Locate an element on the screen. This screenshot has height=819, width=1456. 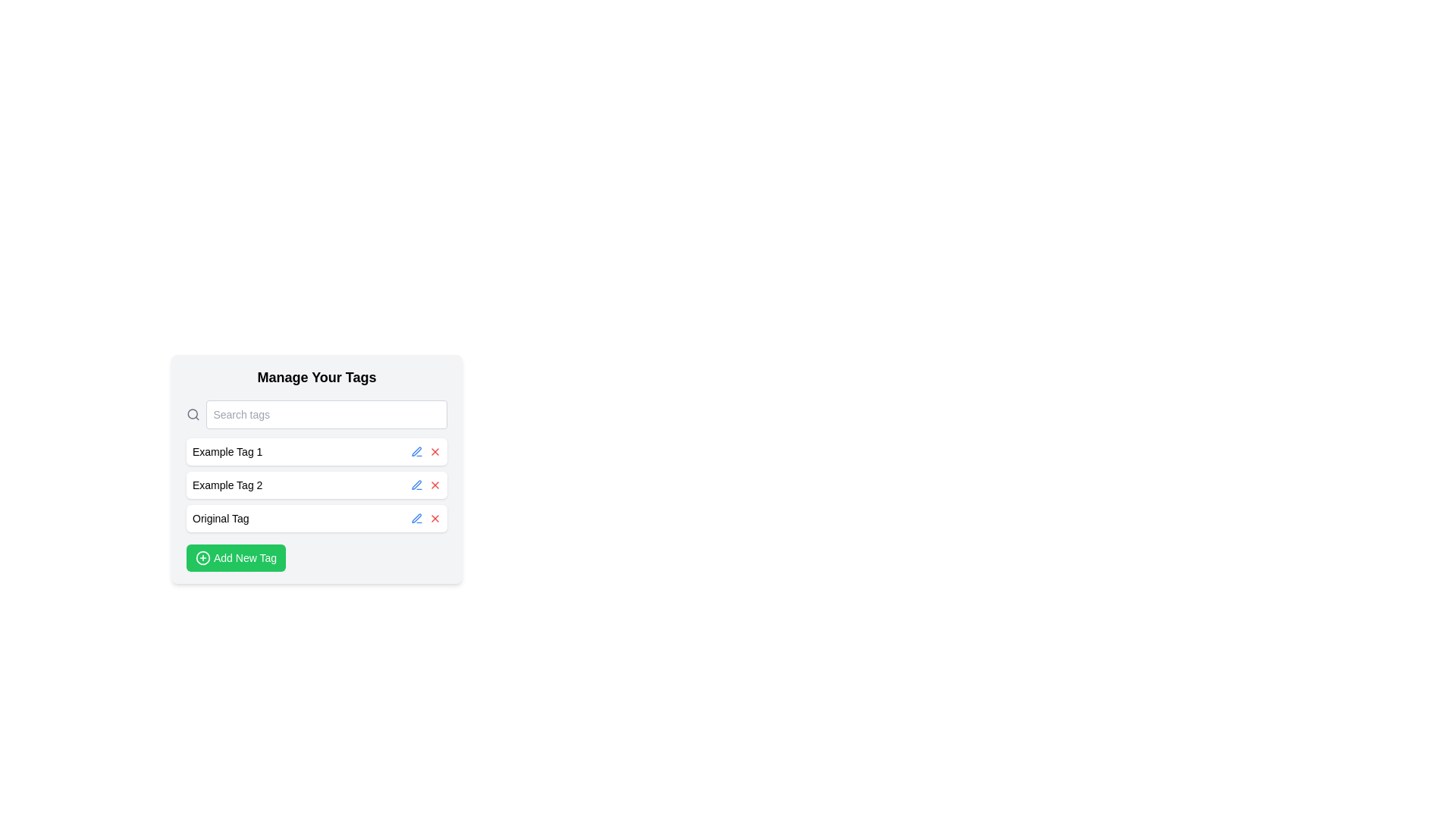
the SVG Circle Element that represents the 'Add New Tag' button, which resembles a plus sign within a circle is located at coordinates (202, 558).